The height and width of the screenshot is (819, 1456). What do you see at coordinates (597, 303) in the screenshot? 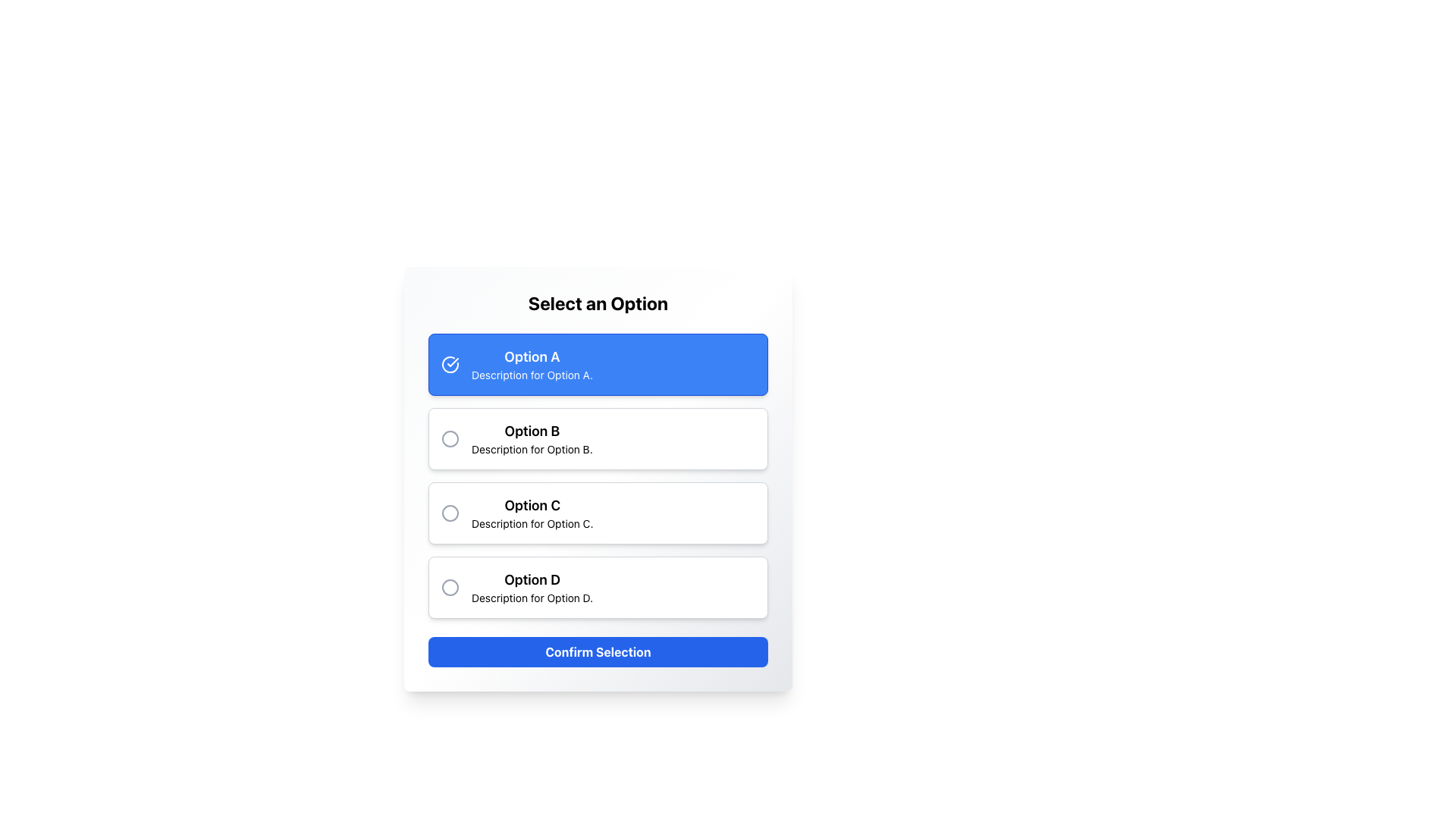
I see `bold centered title 'Select an Option' located at the top of the section` at bounding box center [597, 303].